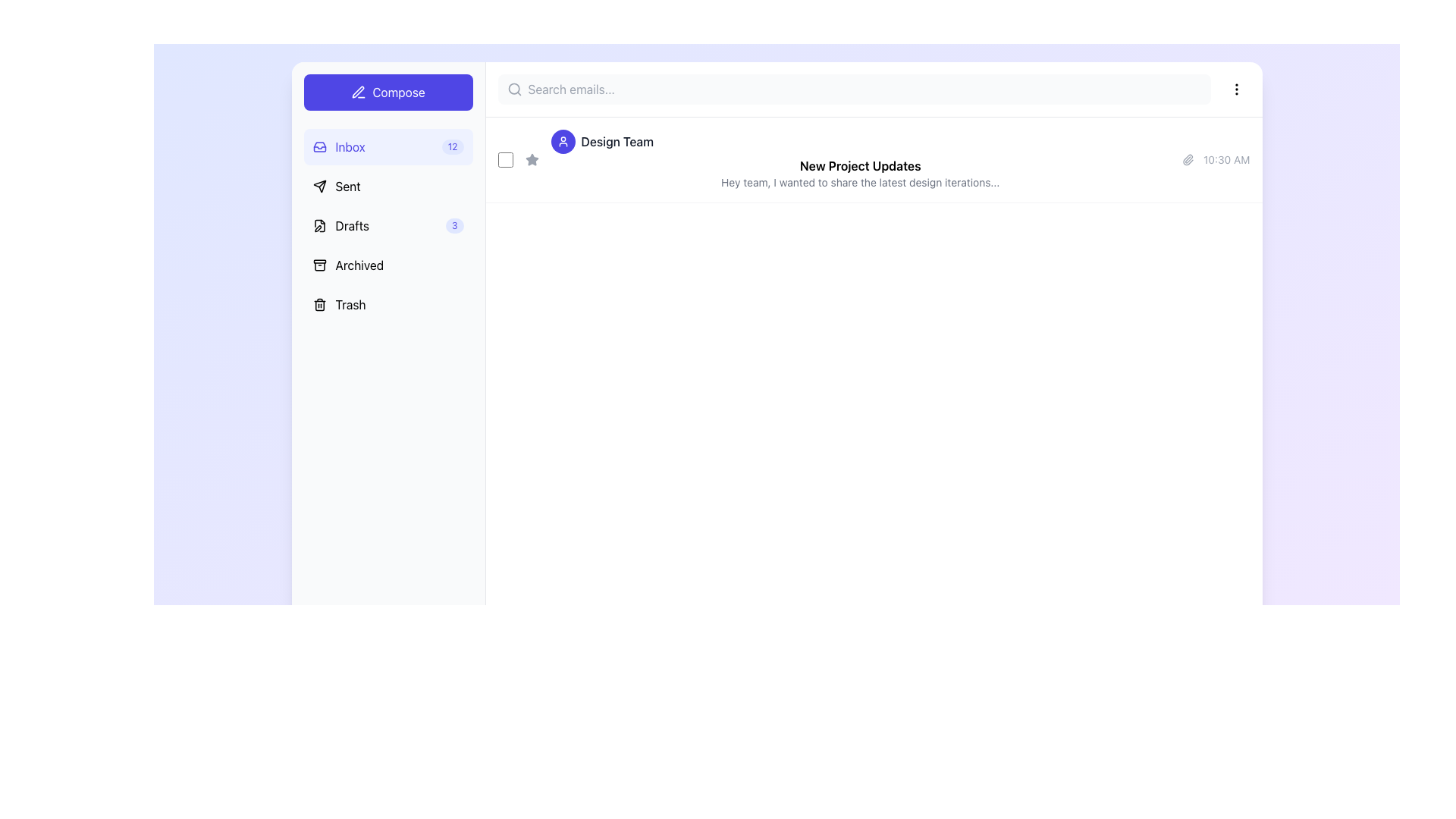 The image size is (1456, 819). What do you see at coordinates (452, 146) in the screenshot?
I see `displayed number on the Notification badge located to the right of the 'Inbox' menu item in the sidebar` at bounding box center [452, 146].